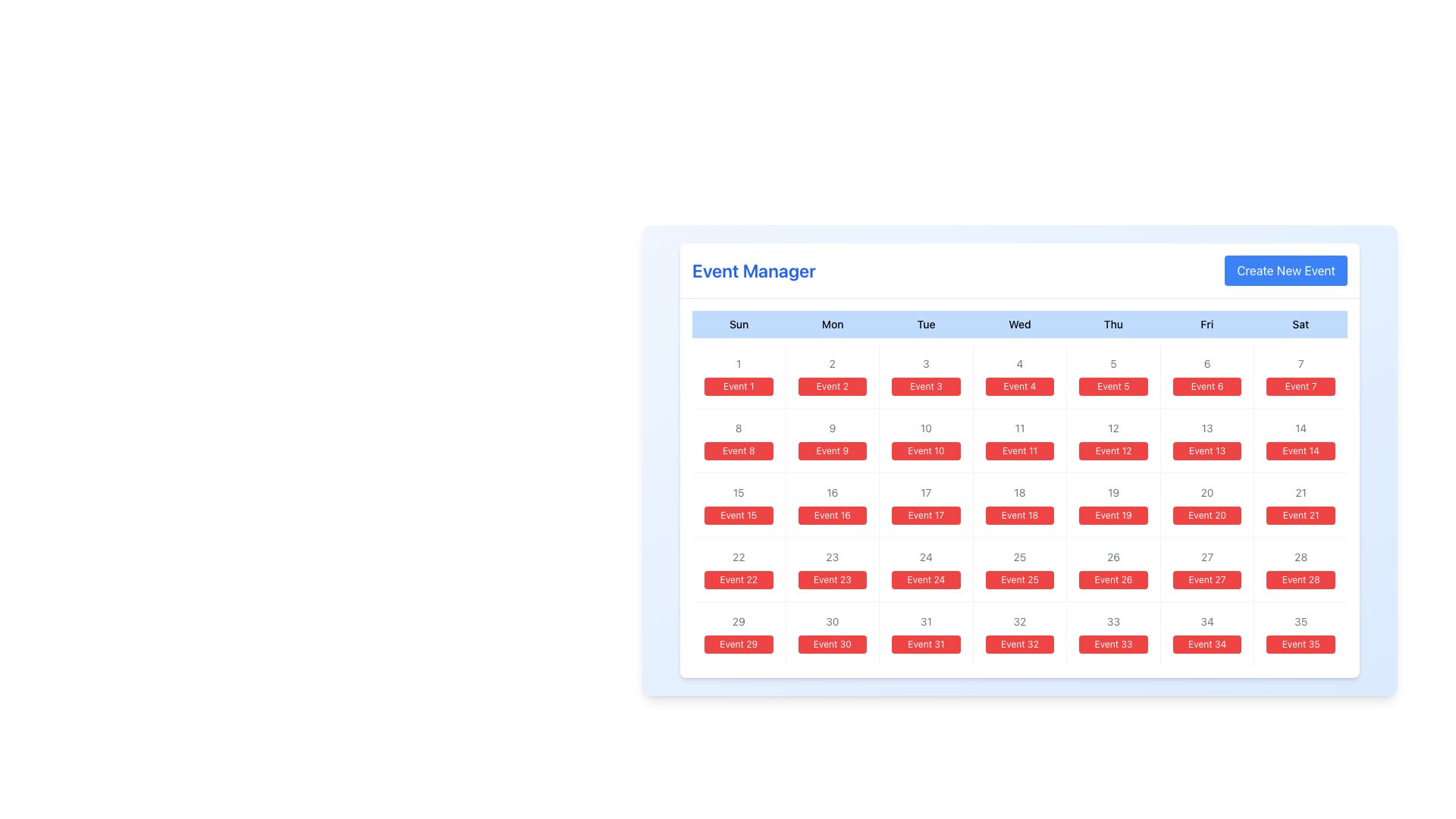 Image resolution: width=1456 pixels, height=819 pixels. What do you see at coordinates (1019, 622) in the screenshot?
I see `the text label displaying the numeric day '32' within the calendar grid layout located in the sixth row and fourth column` at bounding box center [1019, 622].